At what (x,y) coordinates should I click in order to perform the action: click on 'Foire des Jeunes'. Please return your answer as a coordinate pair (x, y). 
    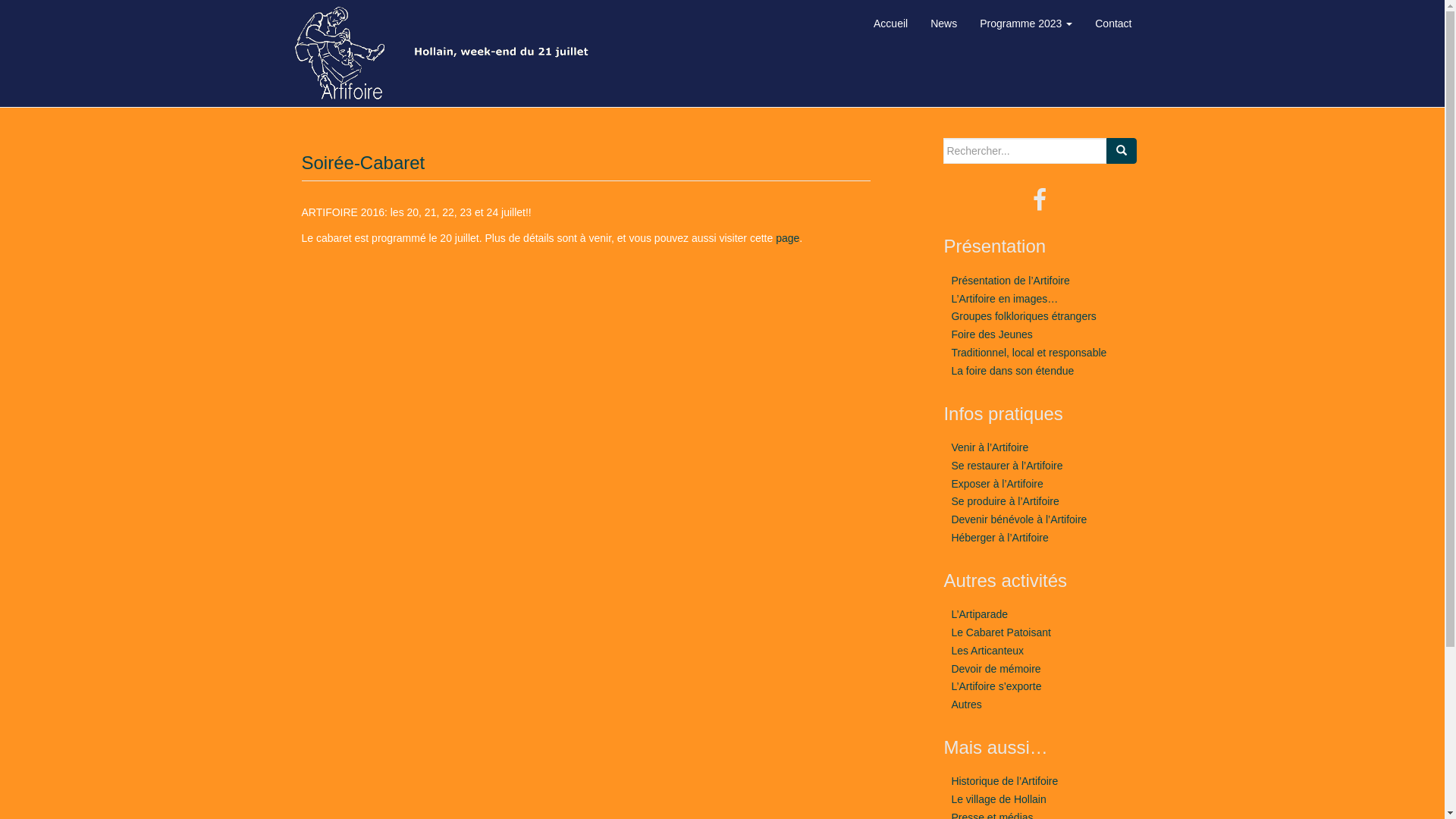
    Looking at the image, I should click on (991, 333).